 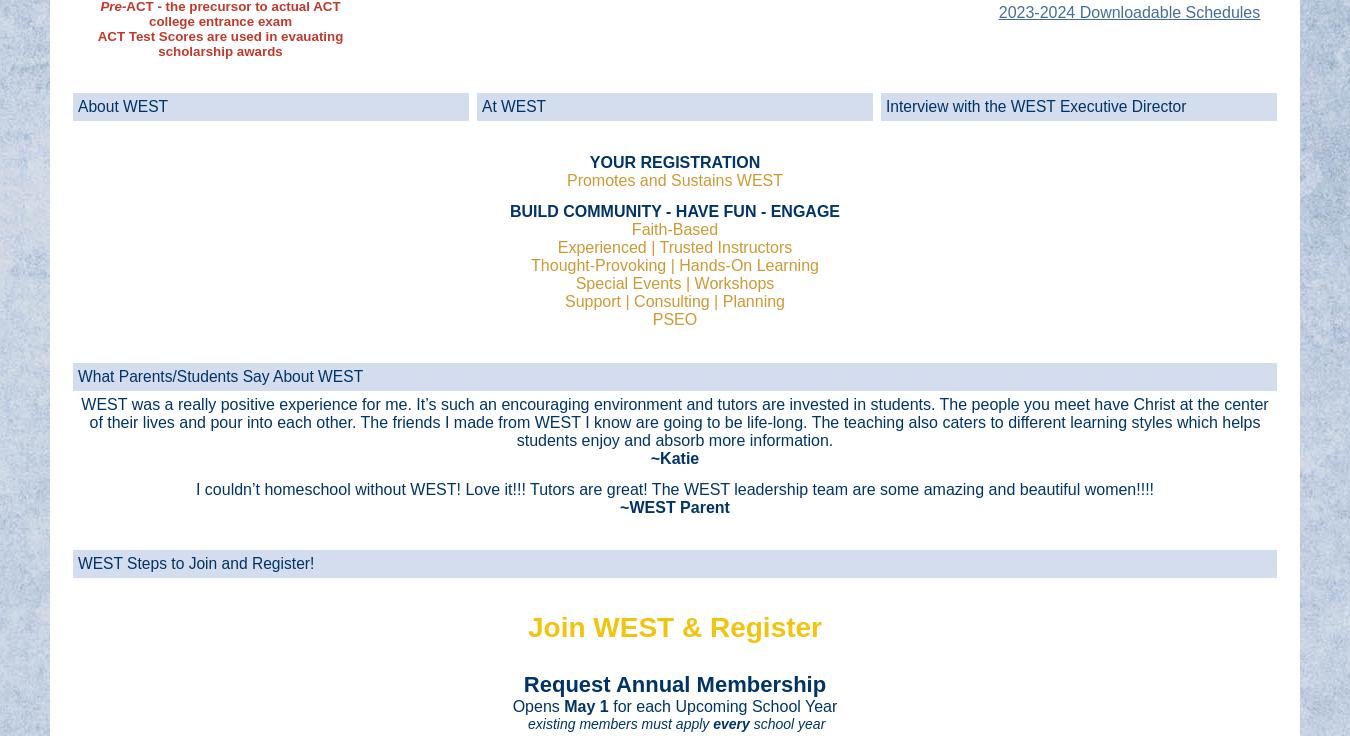 I want to click on 'for each Upcoming School Year', so click(x=723, y=705).